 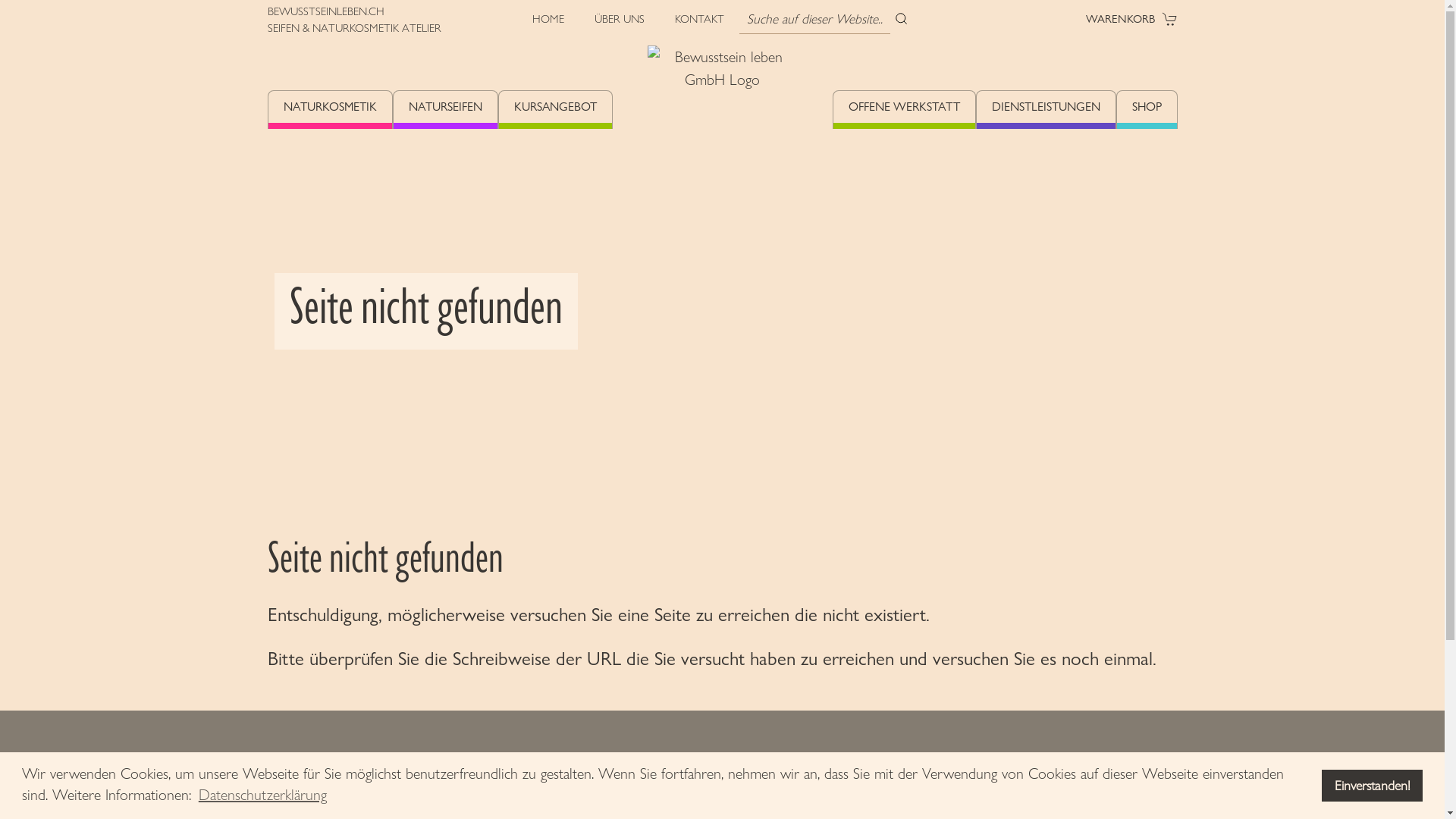 What do you see at coordinates (1045, 109) in the screenshot?
I see `'DIENSTLEISTUNGEN'` at bounding box center [1045, 109].